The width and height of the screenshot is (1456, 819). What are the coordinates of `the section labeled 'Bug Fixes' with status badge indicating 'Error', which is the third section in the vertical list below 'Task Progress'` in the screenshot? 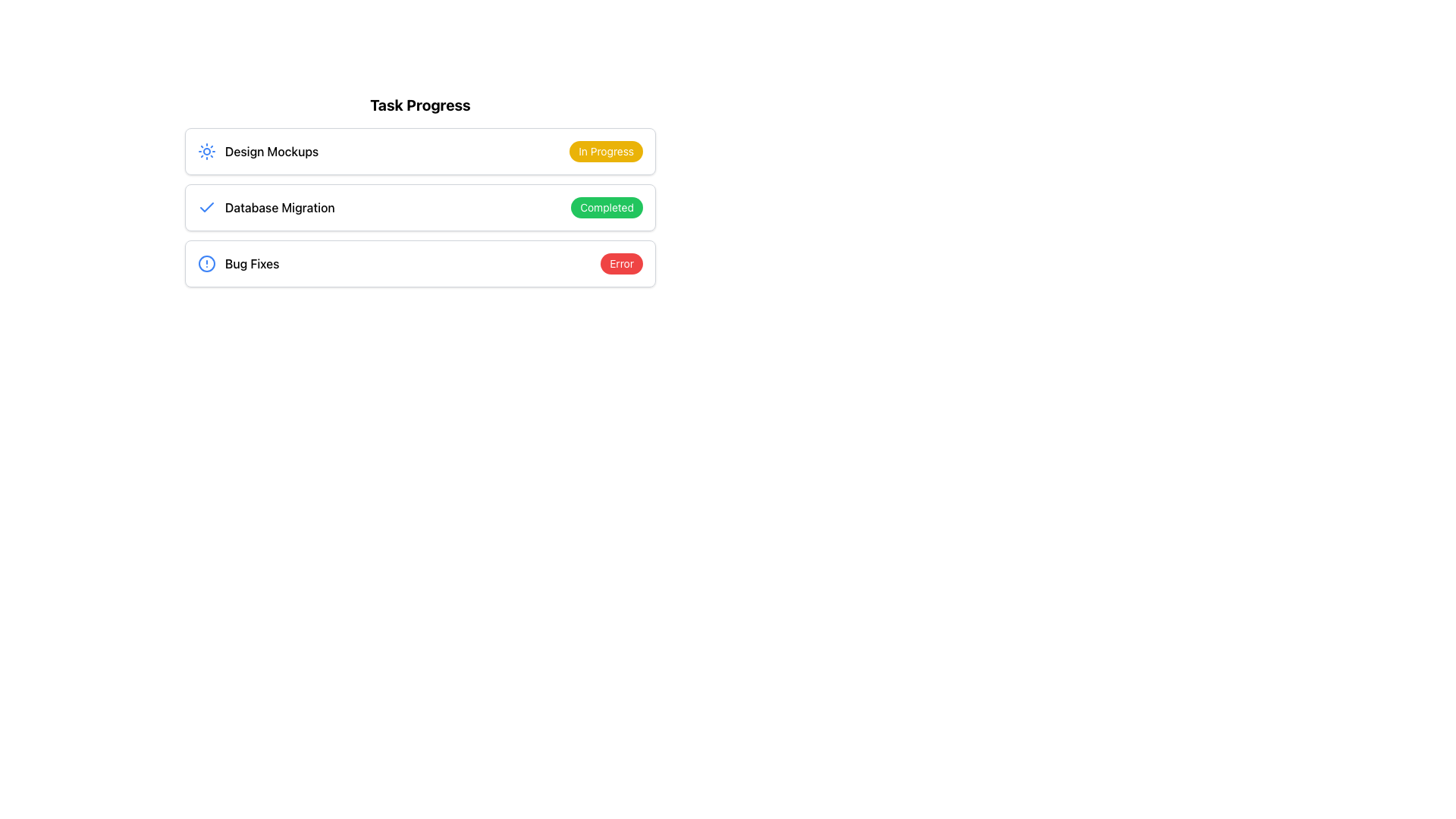 It's located at (420, 262).